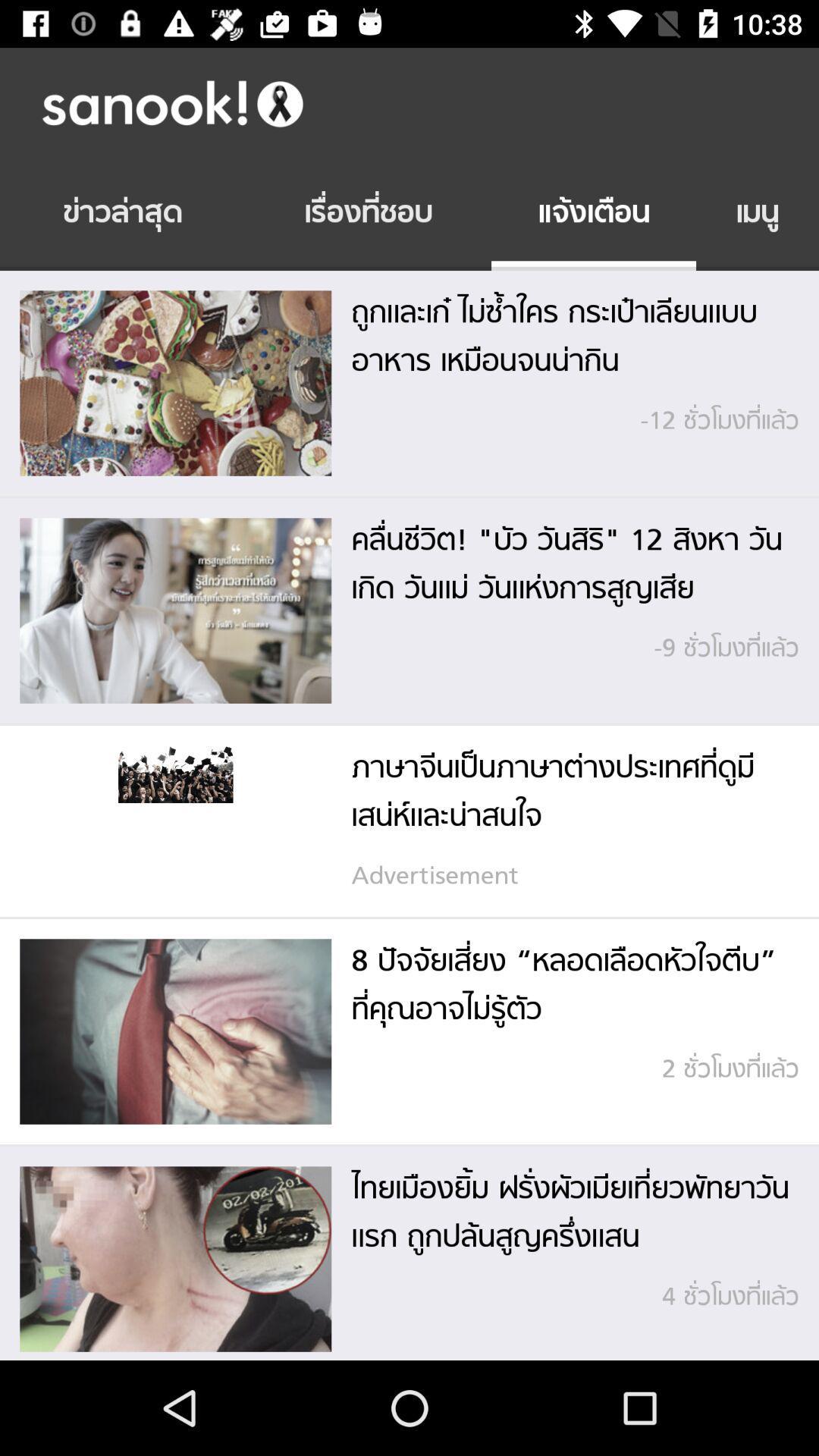 Image resolution: width=819 pixels, height=1456 pixels. What do you see at coordinates (174, 610) in the screenshot?
I see `the second image` at bounding box center [174, 610].